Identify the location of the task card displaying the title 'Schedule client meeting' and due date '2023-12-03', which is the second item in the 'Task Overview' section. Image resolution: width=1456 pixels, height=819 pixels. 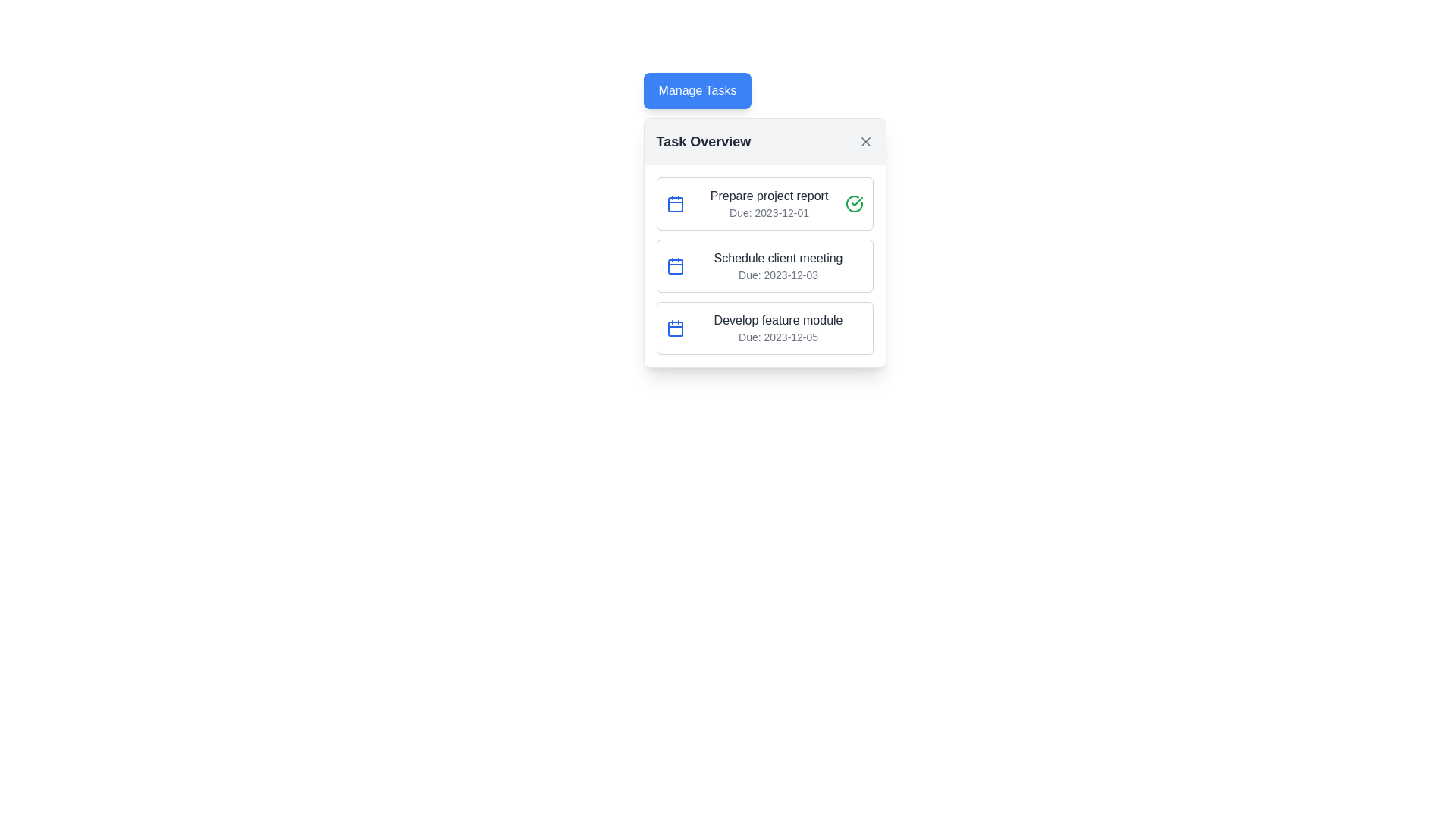
(764, 265).